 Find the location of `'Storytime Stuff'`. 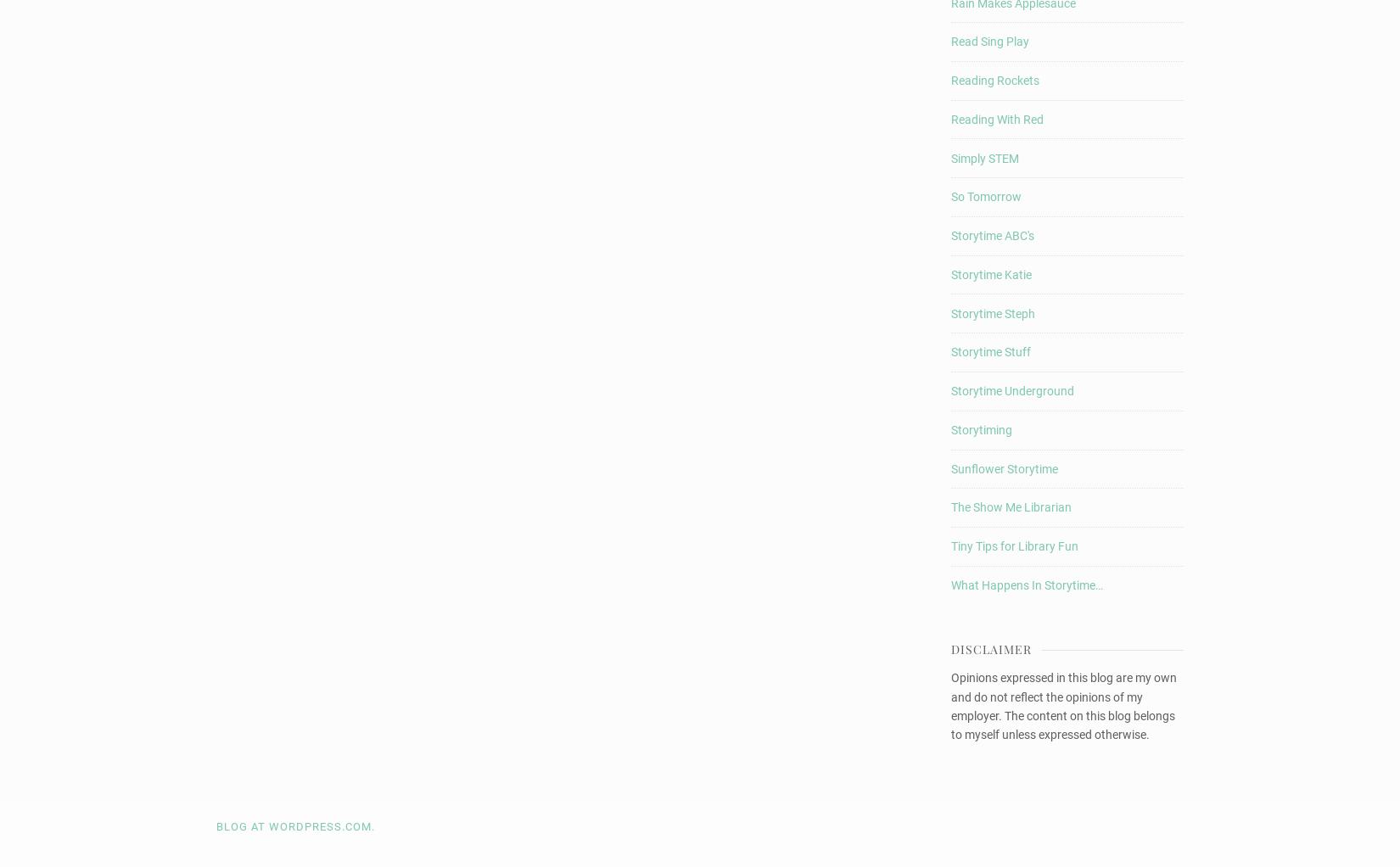

'Storytime Stuff' is located at coordinates (951, 352).